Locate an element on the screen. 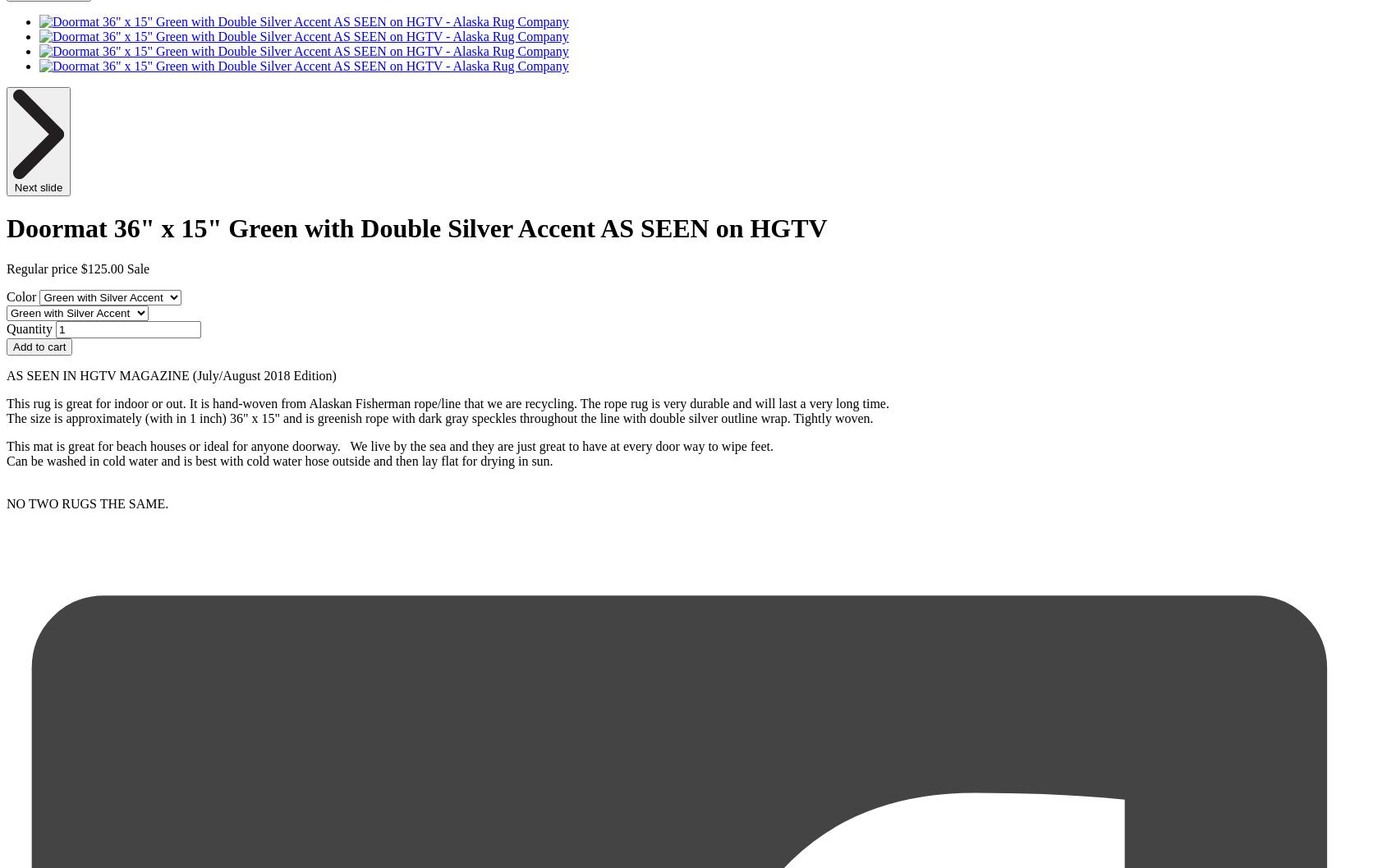 The width and height of the screenshot is (1396, 868). 'Regular price' is located at coordinates (42, 268).